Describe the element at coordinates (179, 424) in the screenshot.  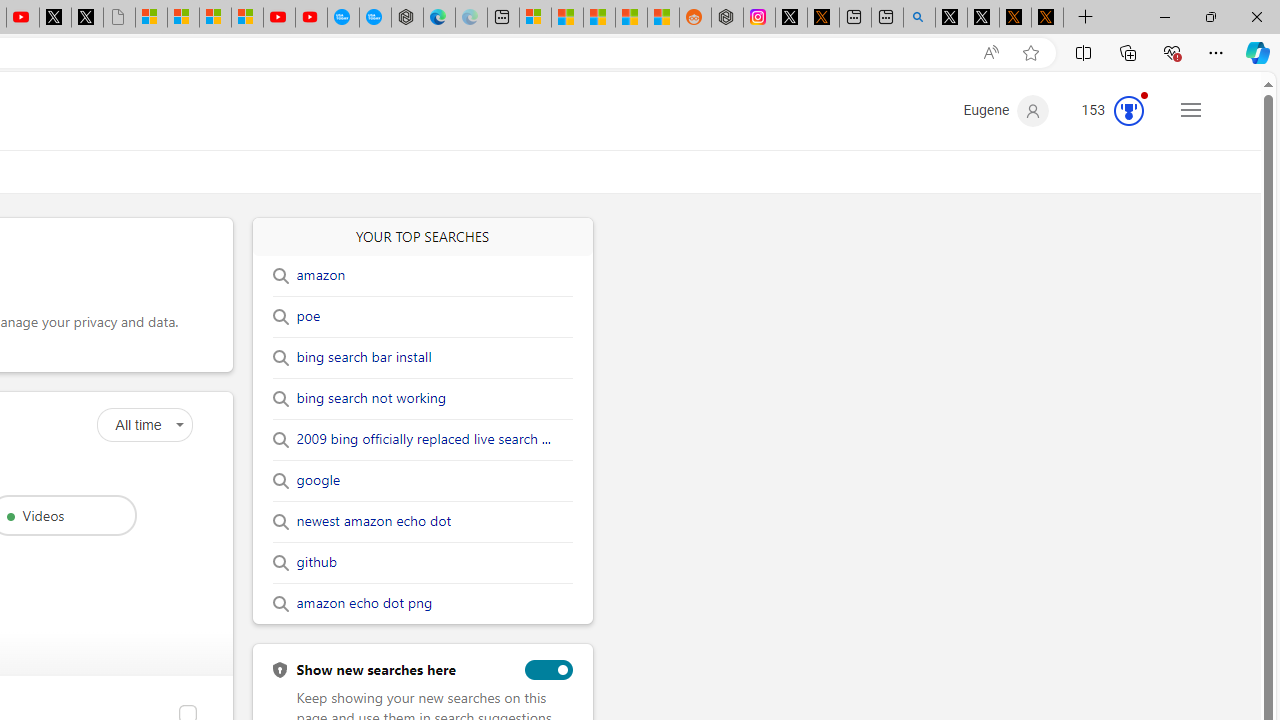
I see `'Class: dropdown__chevron'` at that location.